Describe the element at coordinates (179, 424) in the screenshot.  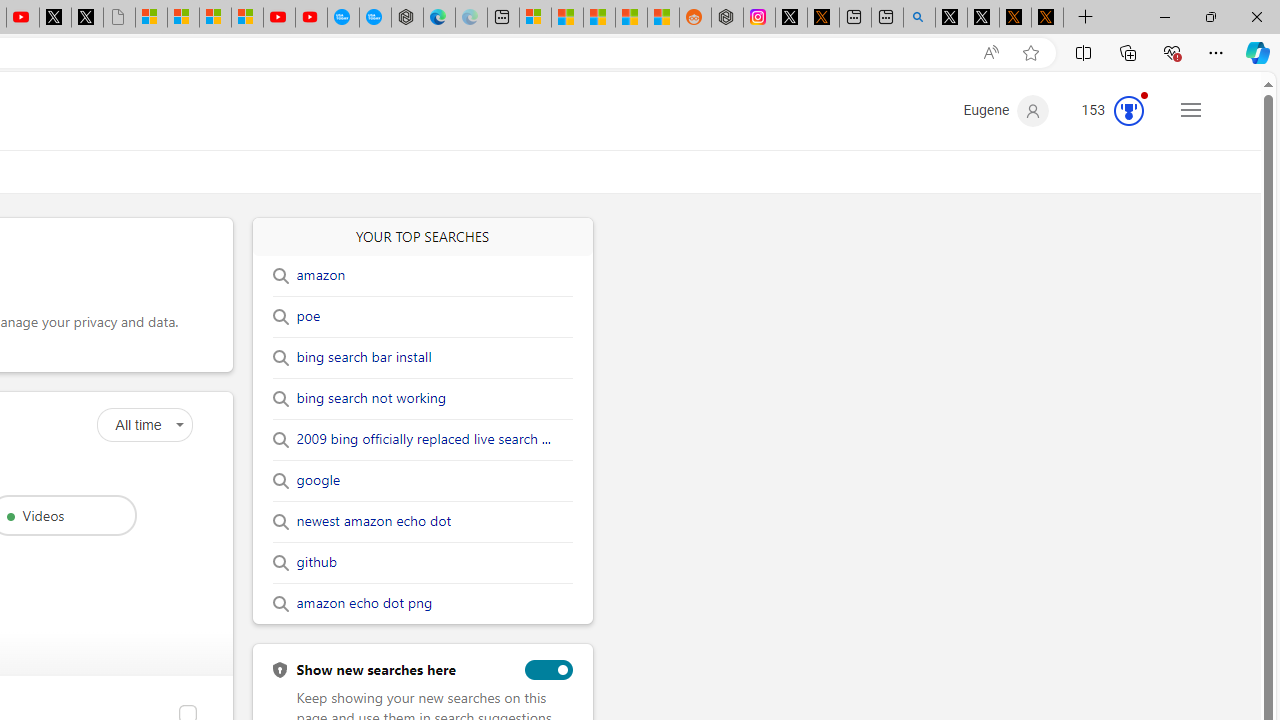
I see `'Class: dropdown__chevron'` at that location.